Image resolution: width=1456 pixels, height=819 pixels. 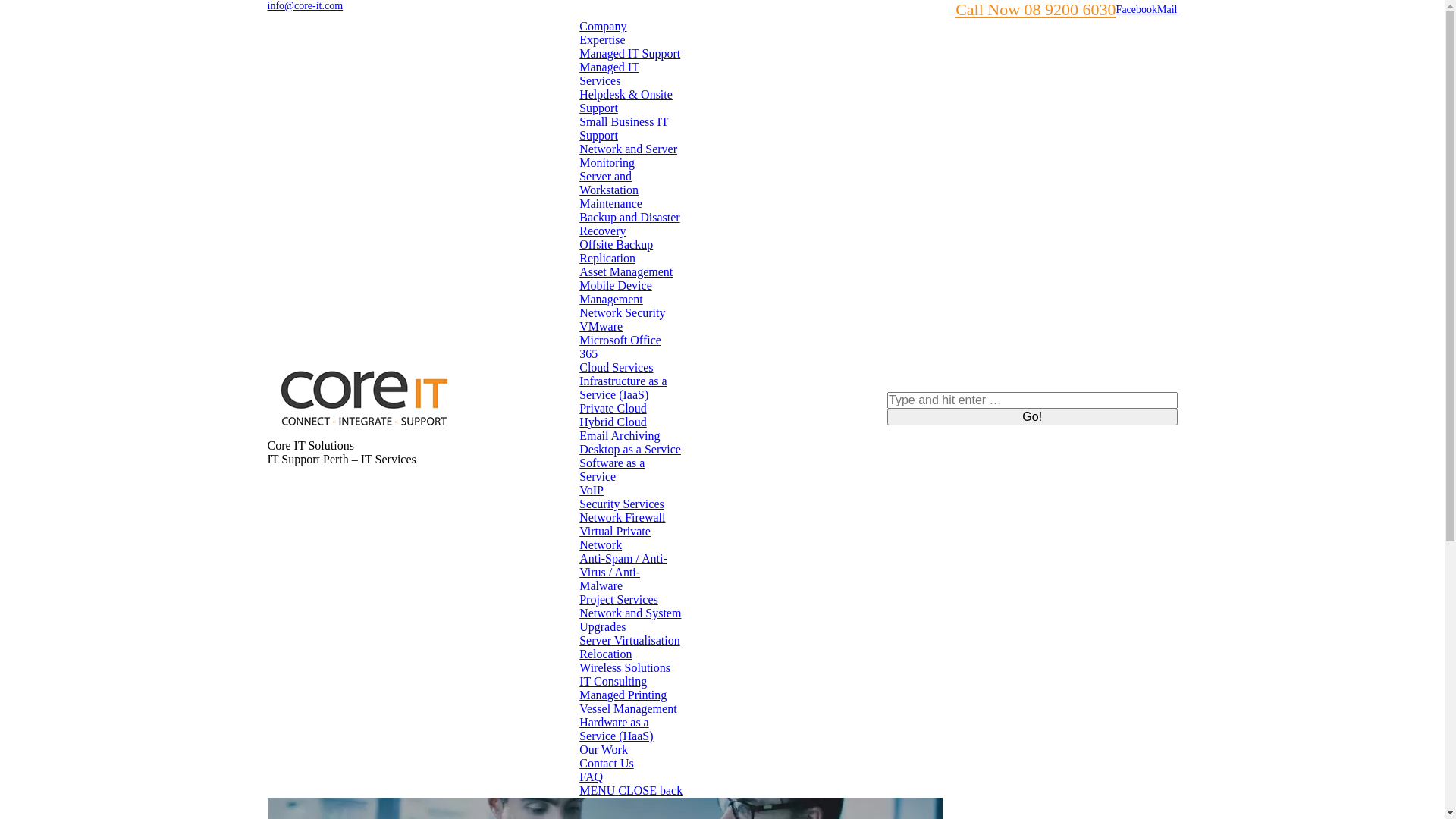 I want to click on 'Anti-Spam / Anti-Virus / Anti-Malware', so click(x=623, y=572).